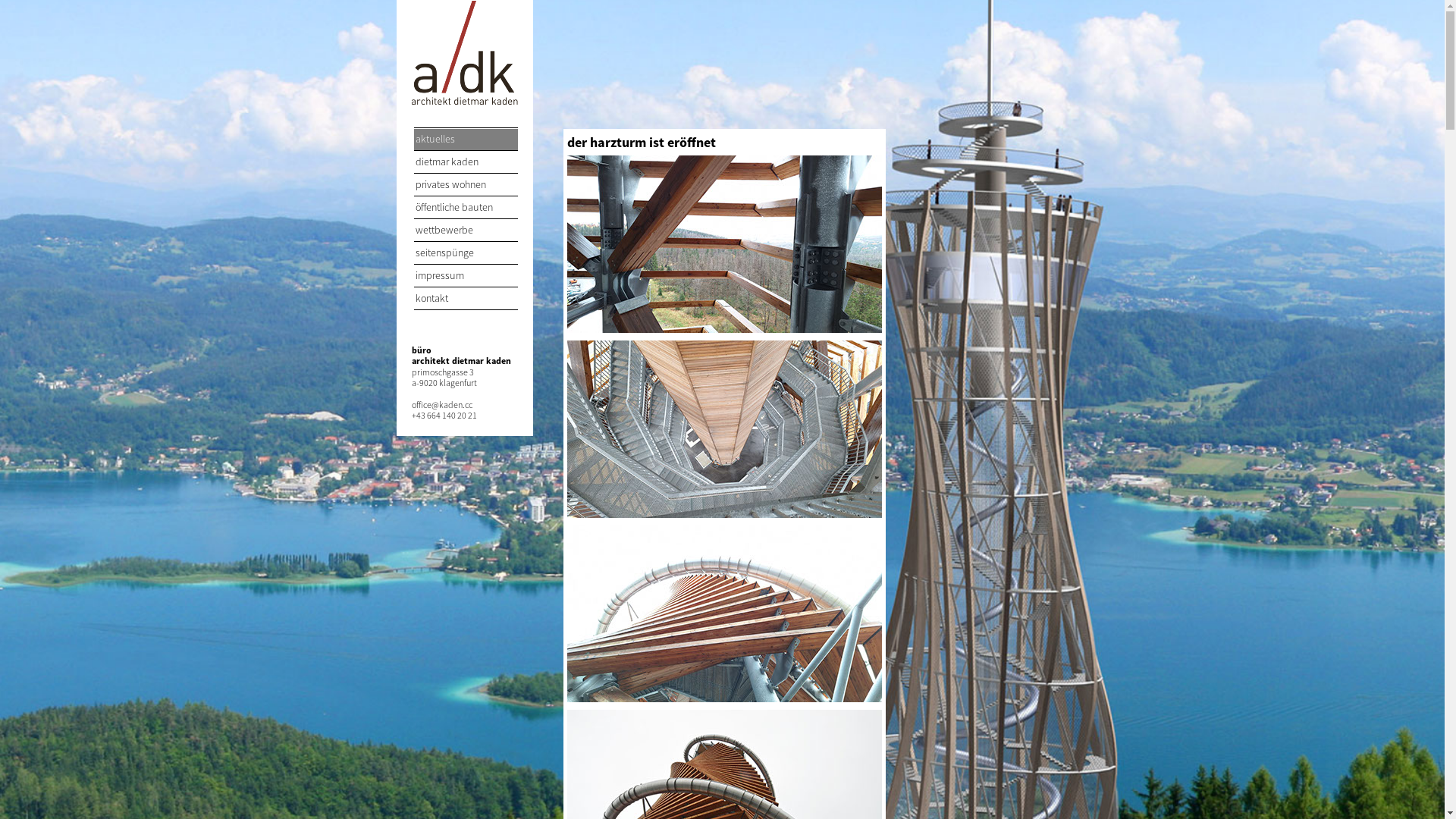 This screenshot has height=819, width=1456. Describe the element at coordinates (465, 231) in the screenshot. I see `'wettbewerbe'` at that location.